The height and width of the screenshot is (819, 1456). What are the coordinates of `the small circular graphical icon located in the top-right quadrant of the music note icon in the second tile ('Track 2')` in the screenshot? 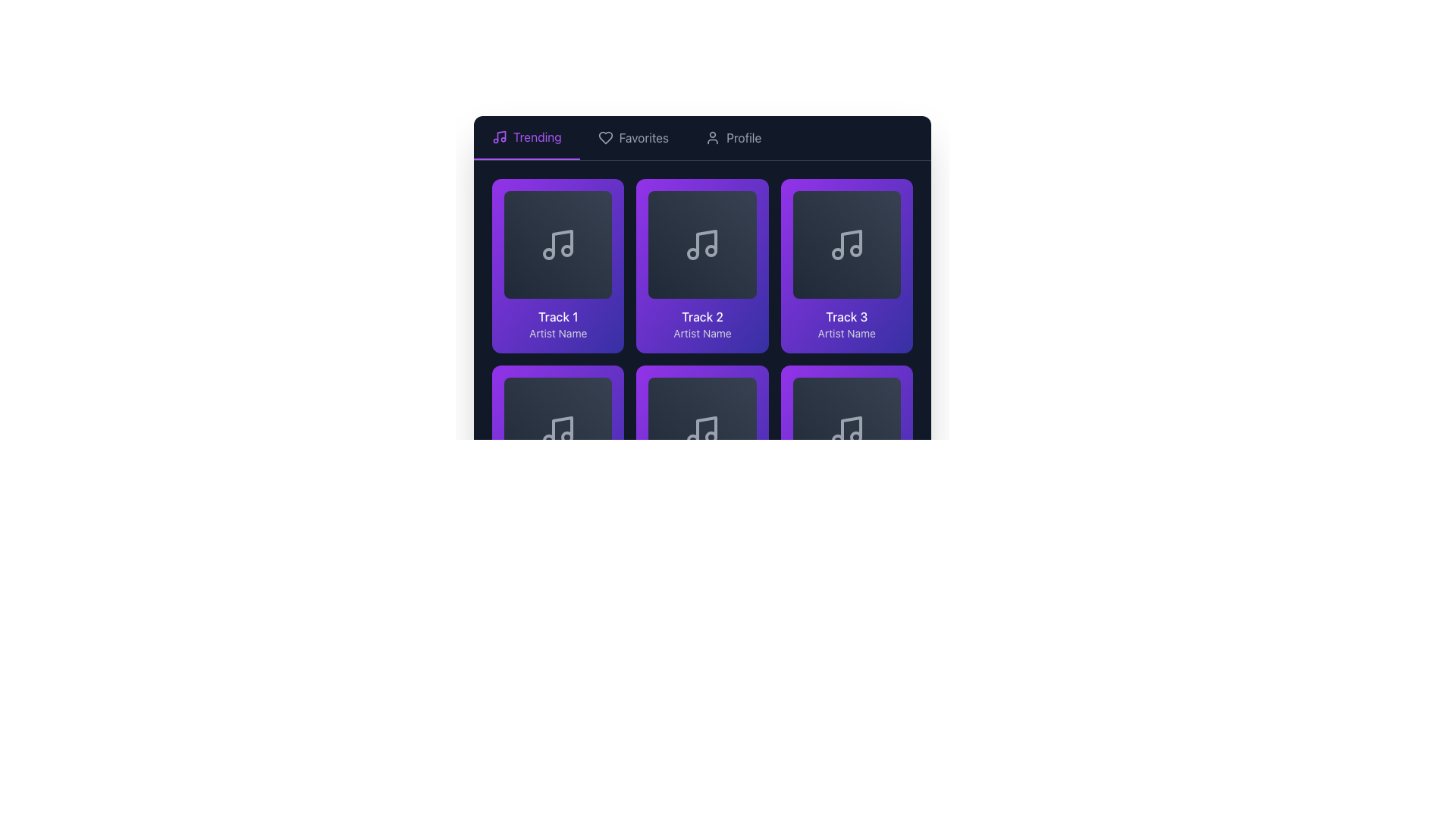 It's located at (711, 250).